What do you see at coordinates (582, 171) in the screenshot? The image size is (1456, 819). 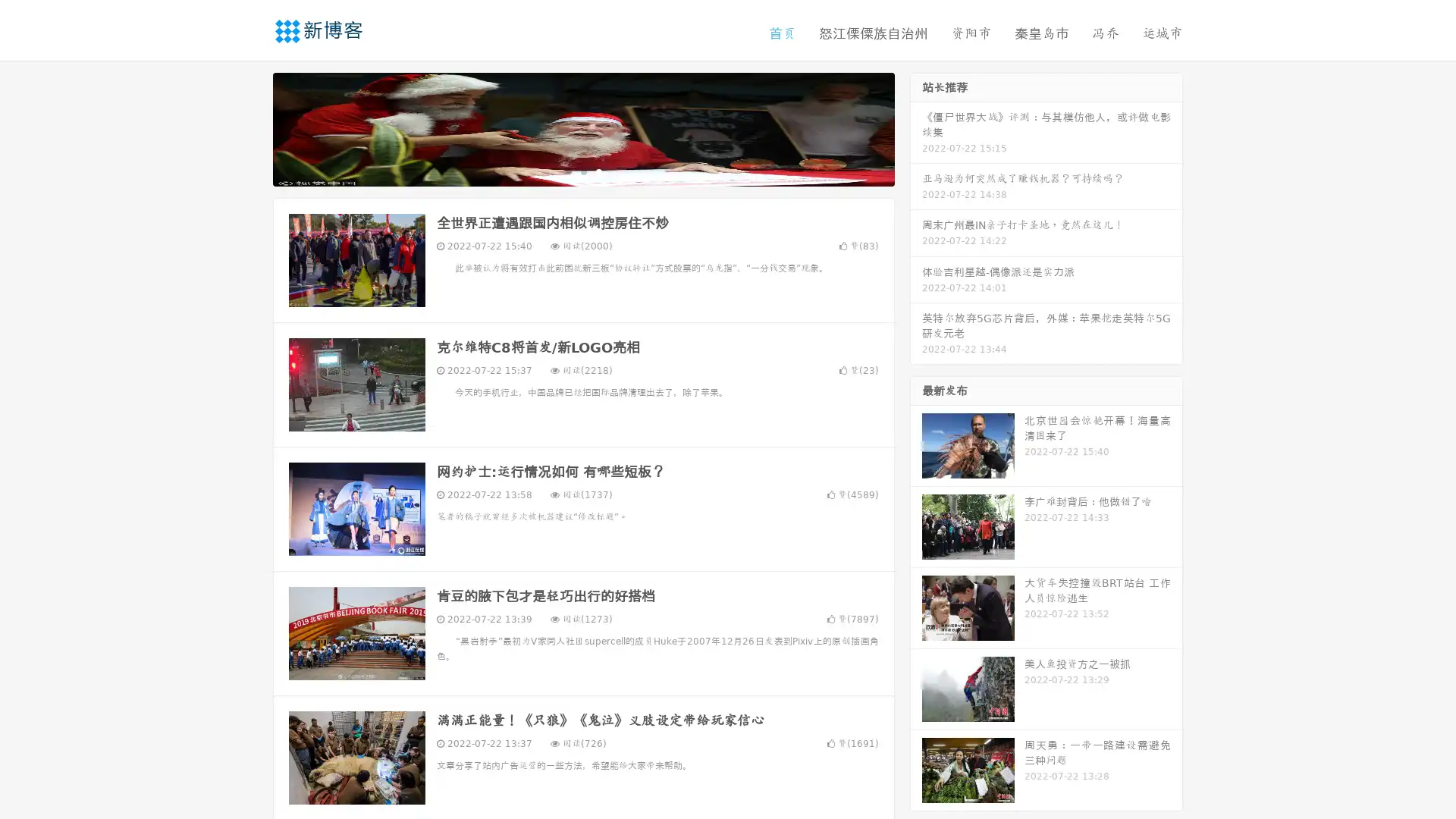 I see `Go to slide 2` at bounding box center [582, 171].